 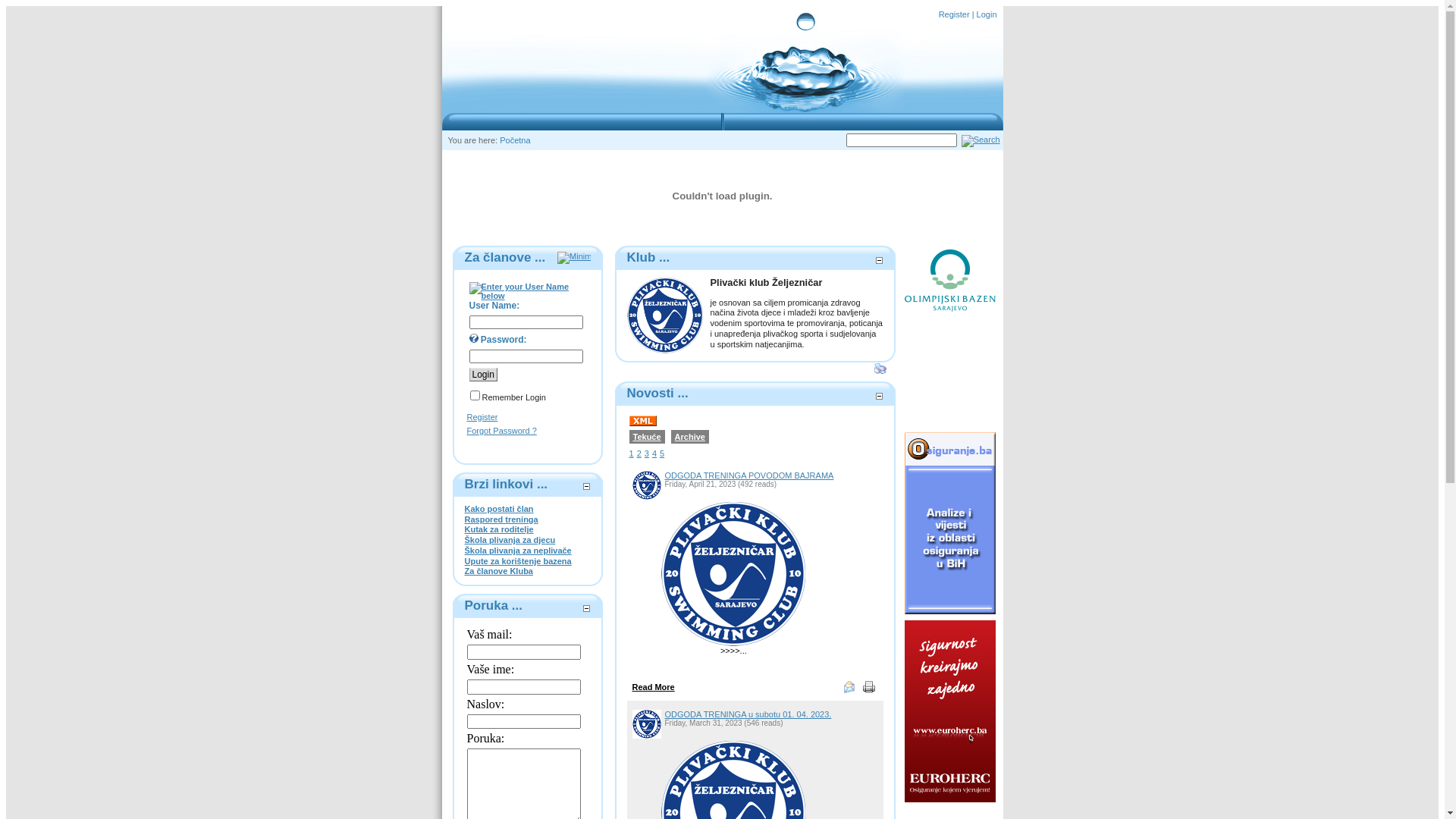 What do you see at coordinates (527, 291) in the screenshot?
I see `'Enter your User Name below'` at bounding box center [527, 291].